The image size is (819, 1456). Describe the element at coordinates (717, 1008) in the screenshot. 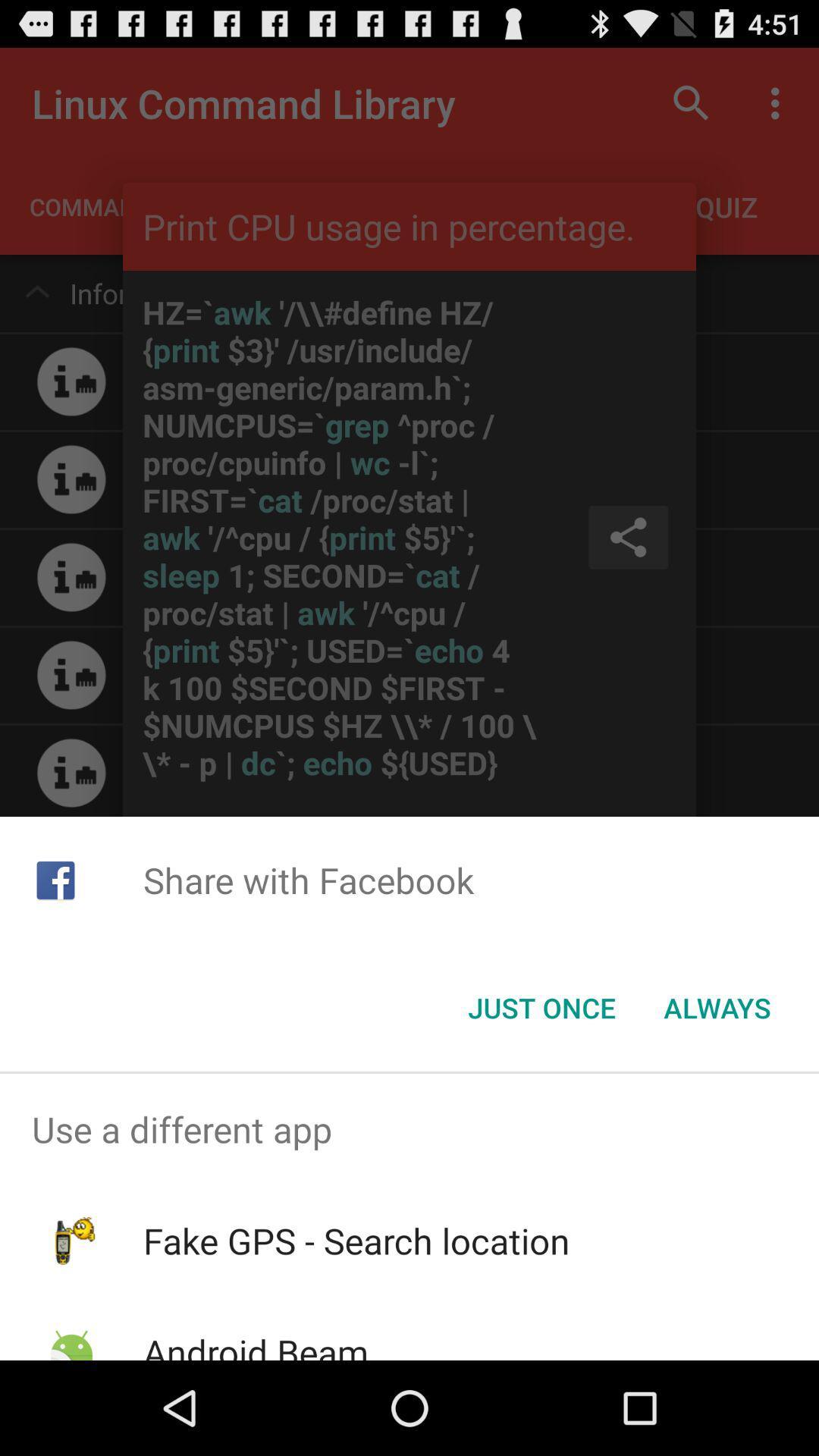

I see `the item below the share with facebook icon` at that location.